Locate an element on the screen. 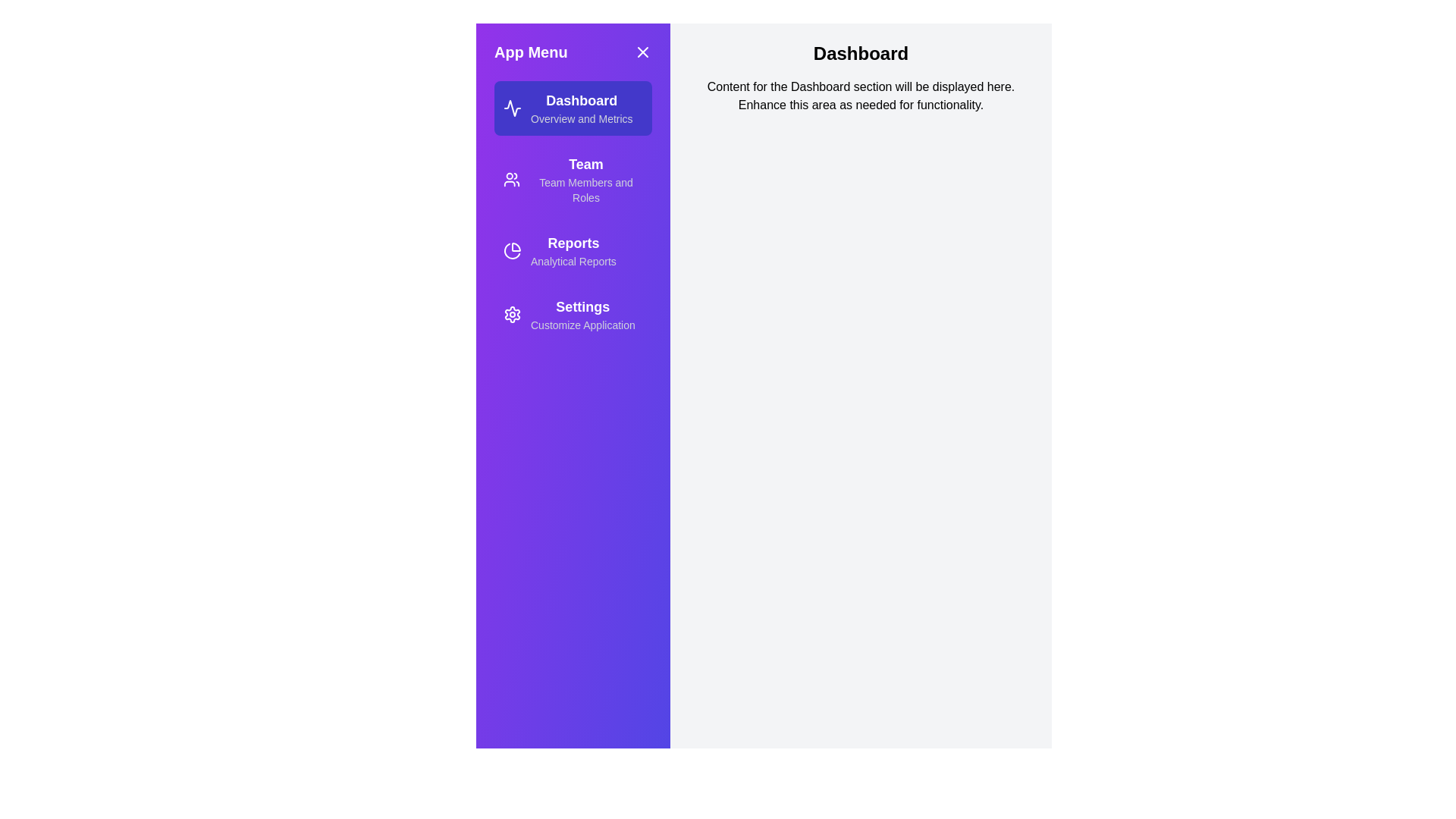 This screenshot has height=819, width=1456. the menu item Team to observe its visual effect is located at coordinates (572, 178).